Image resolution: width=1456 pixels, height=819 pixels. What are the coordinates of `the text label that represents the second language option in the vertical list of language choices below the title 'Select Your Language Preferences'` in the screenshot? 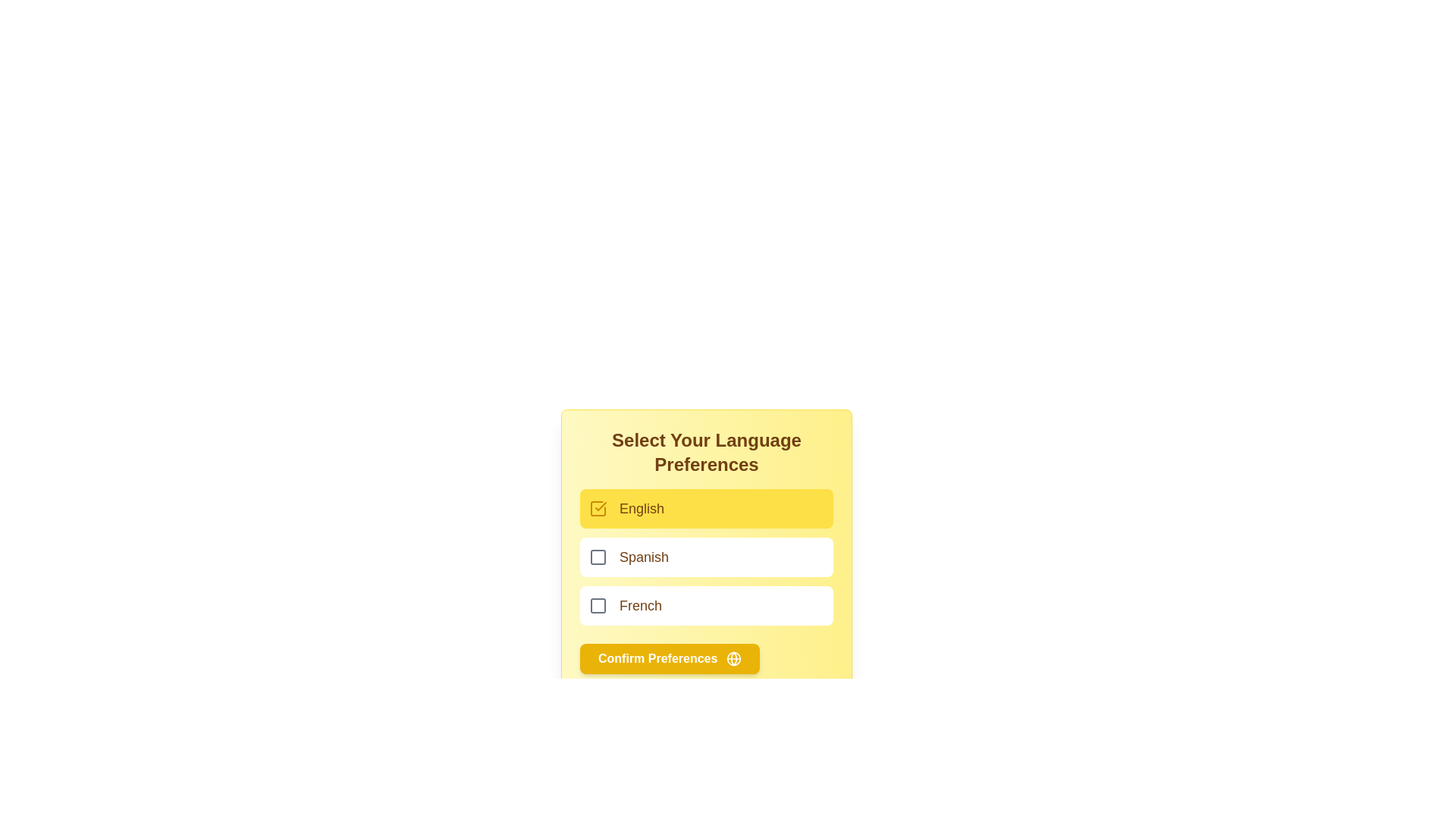 It's located at (644, 557).